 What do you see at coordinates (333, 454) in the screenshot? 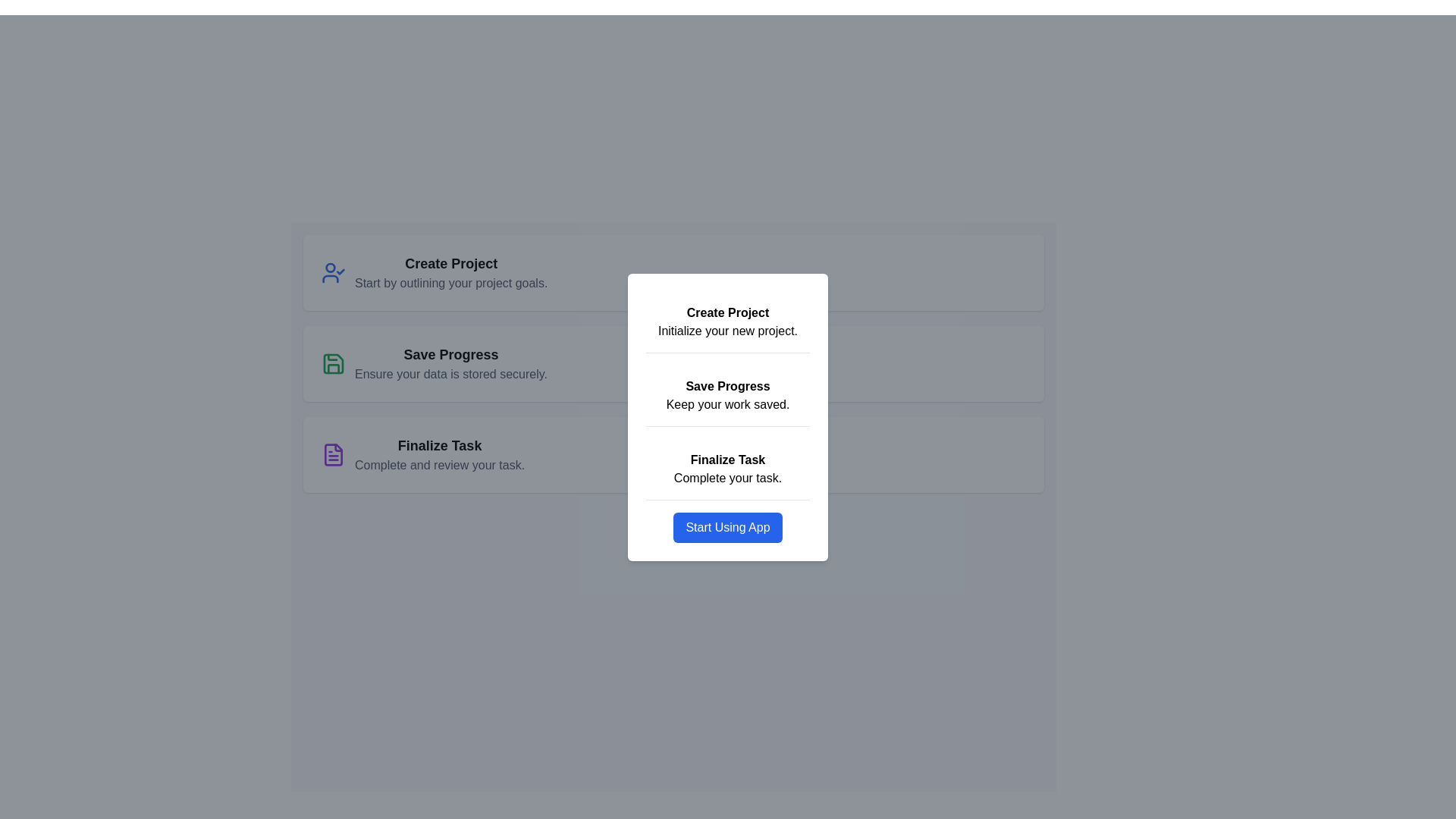
I see `the 'Finalize Task' icon, which visually signifies task finalization or document representation, located in the third row of a vertical list of options` at bounding box center [333, 454].